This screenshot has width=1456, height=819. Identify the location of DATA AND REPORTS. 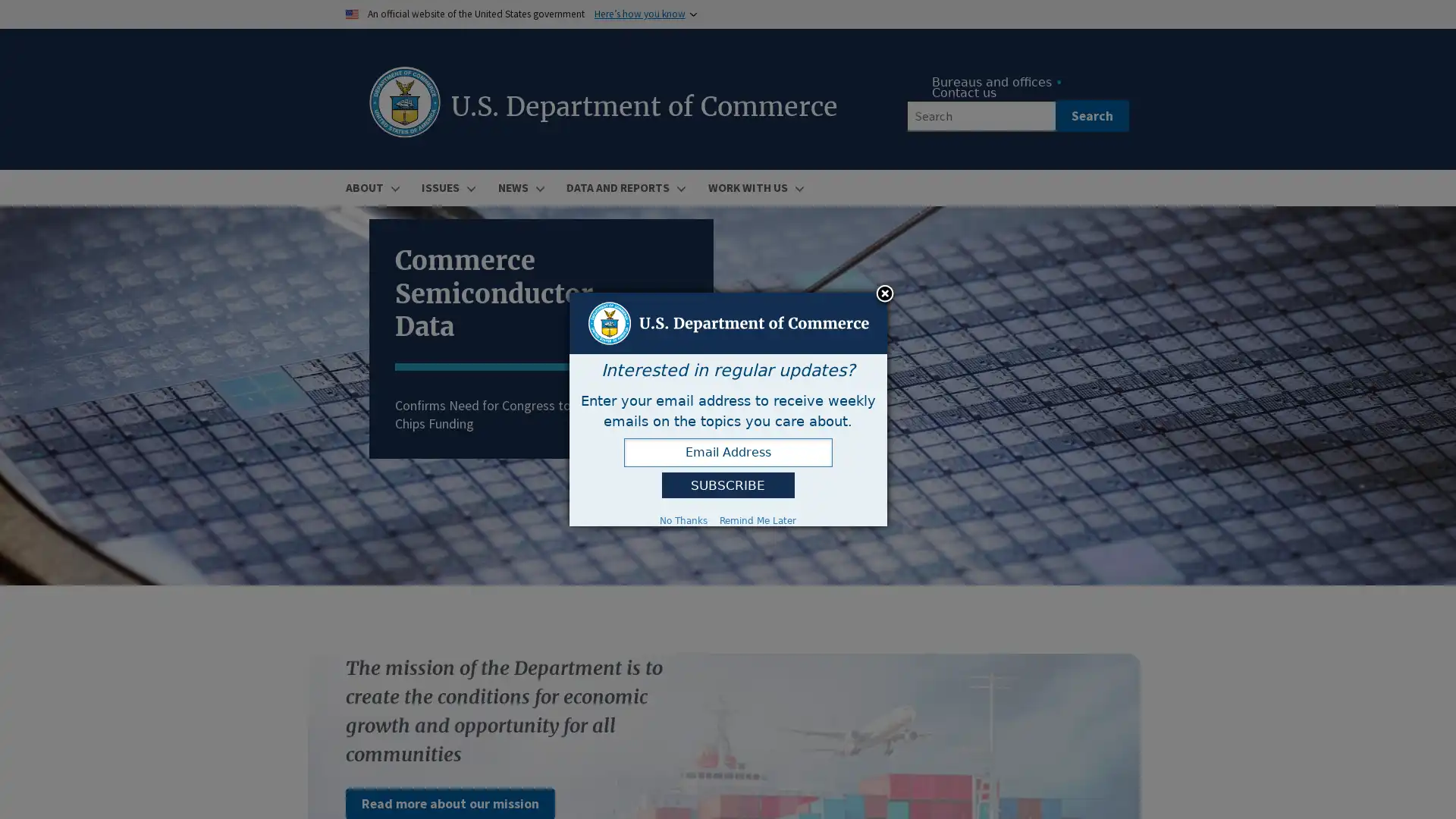
(623, 187).